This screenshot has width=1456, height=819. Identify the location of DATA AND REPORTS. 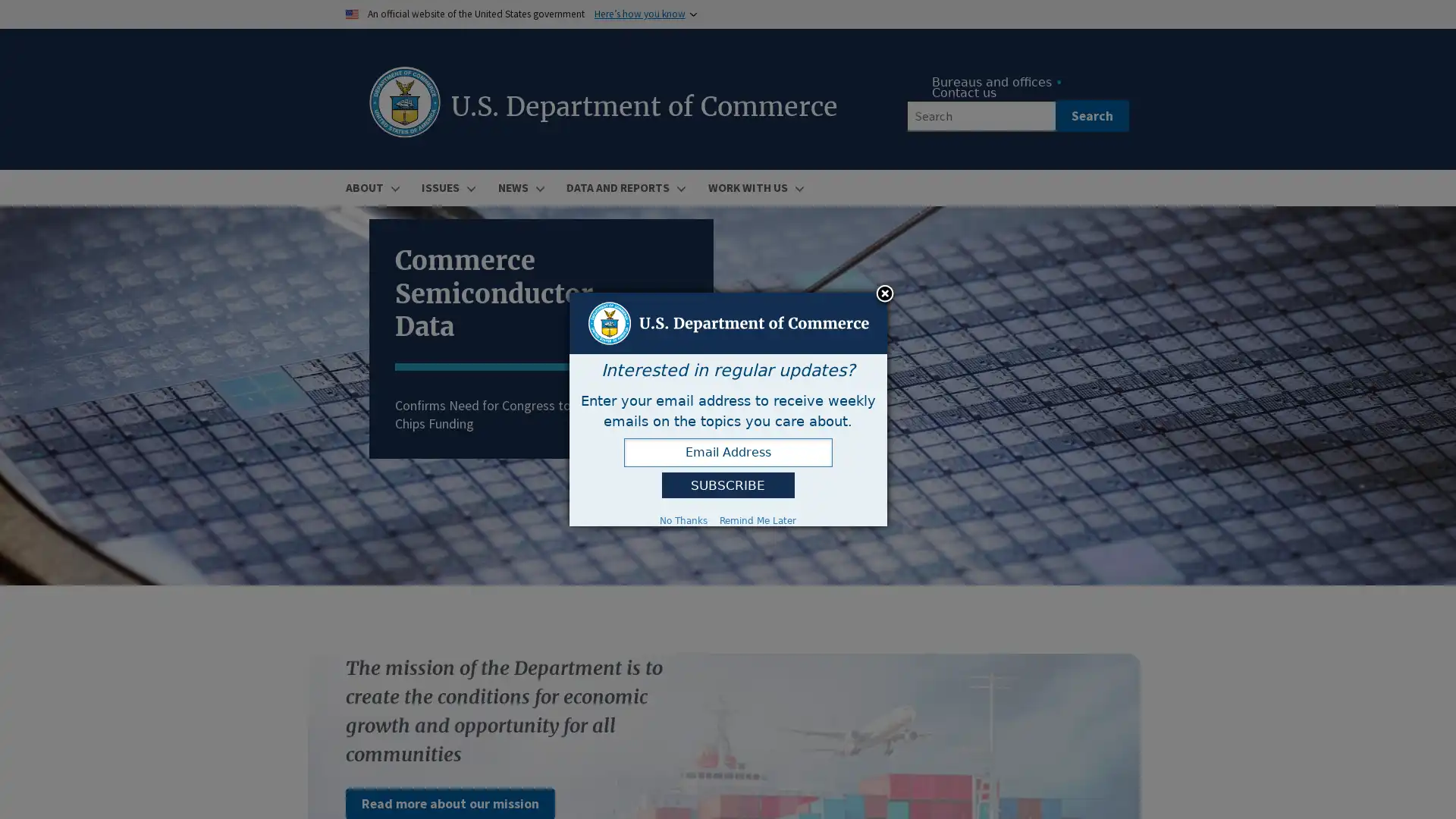
(623, 187).